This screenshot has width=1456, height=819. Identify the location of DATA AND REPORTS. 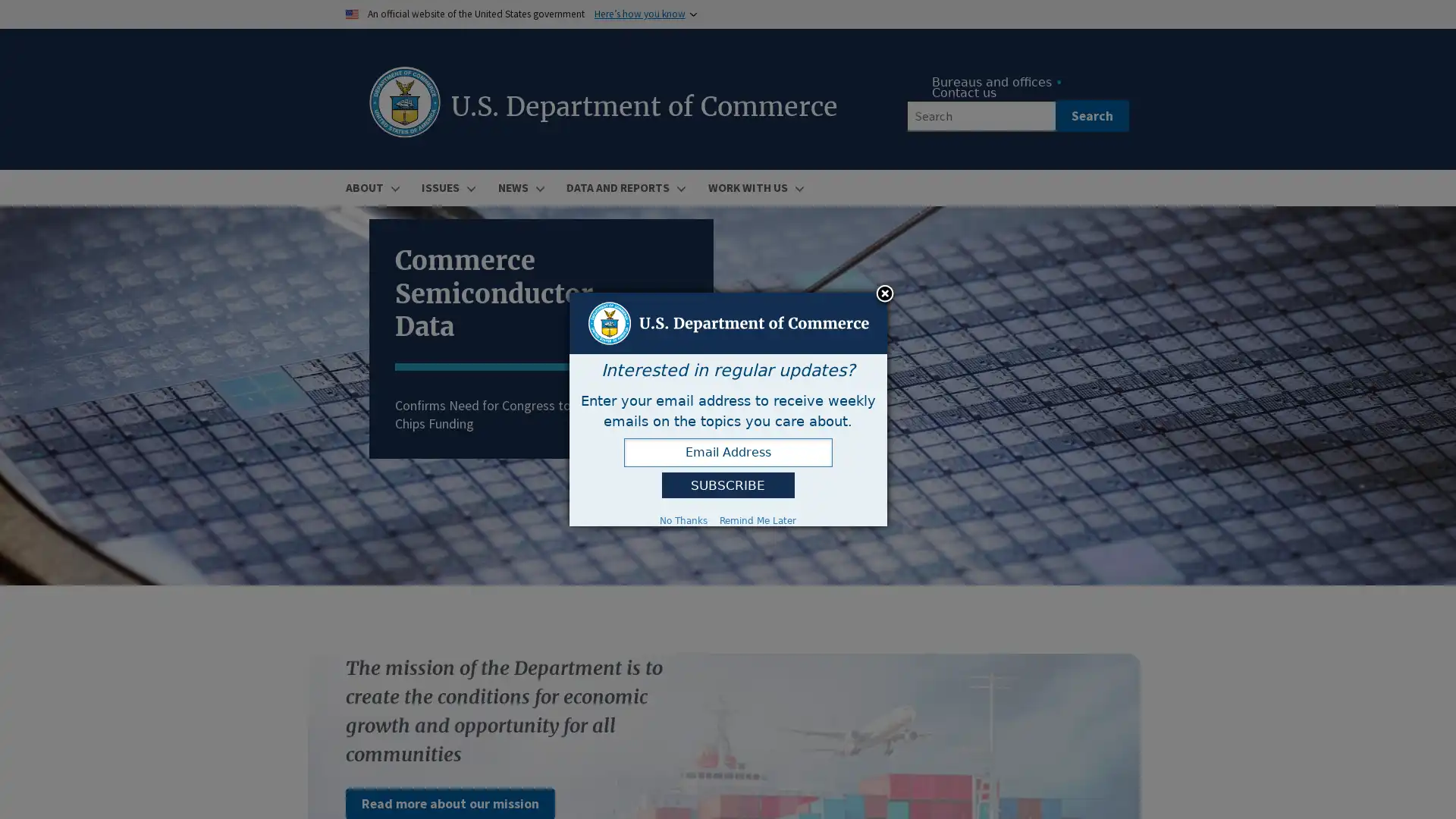
(623, 187).